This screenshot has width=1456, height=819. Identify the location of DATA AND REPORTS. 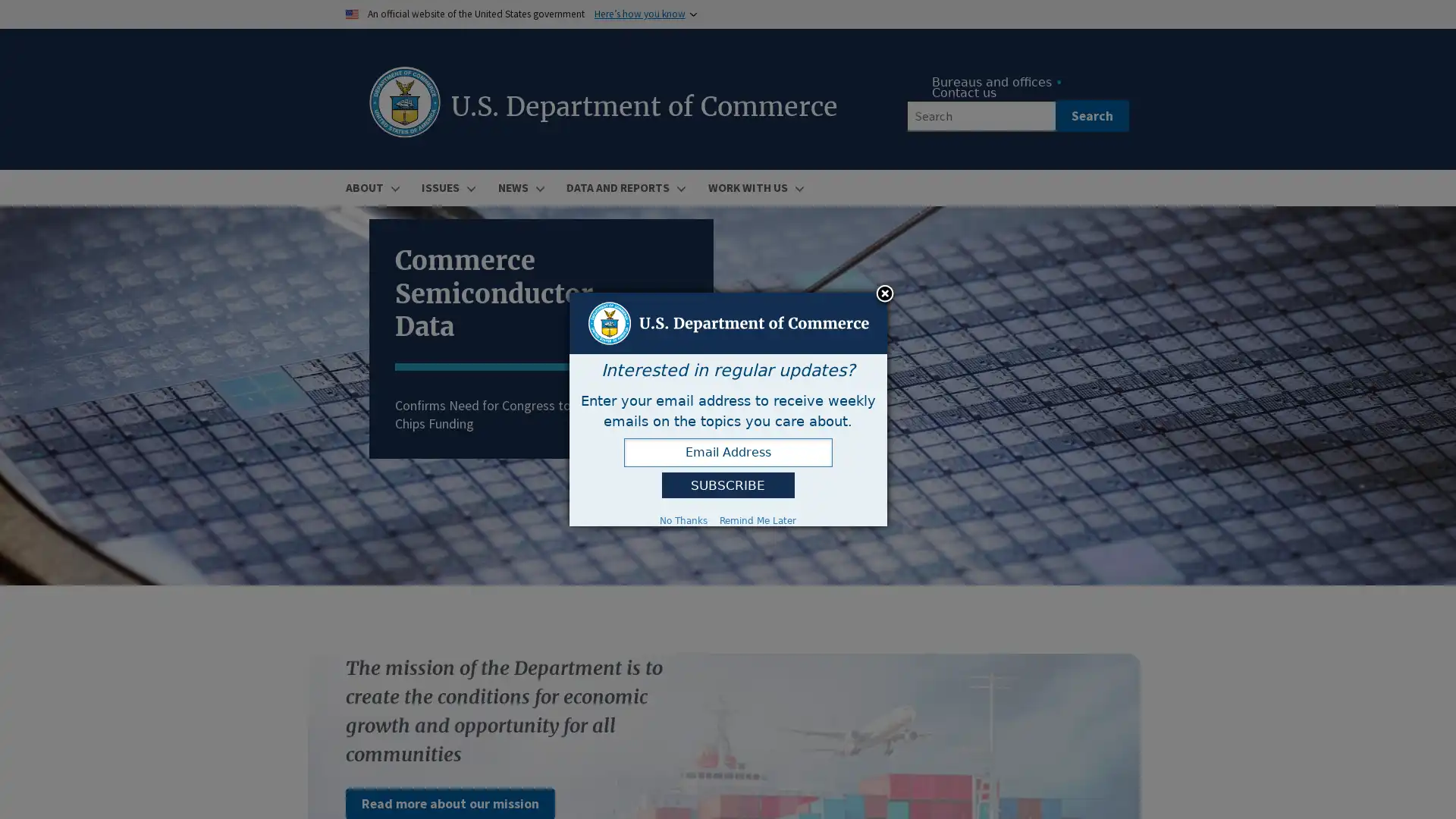
(623, 187).